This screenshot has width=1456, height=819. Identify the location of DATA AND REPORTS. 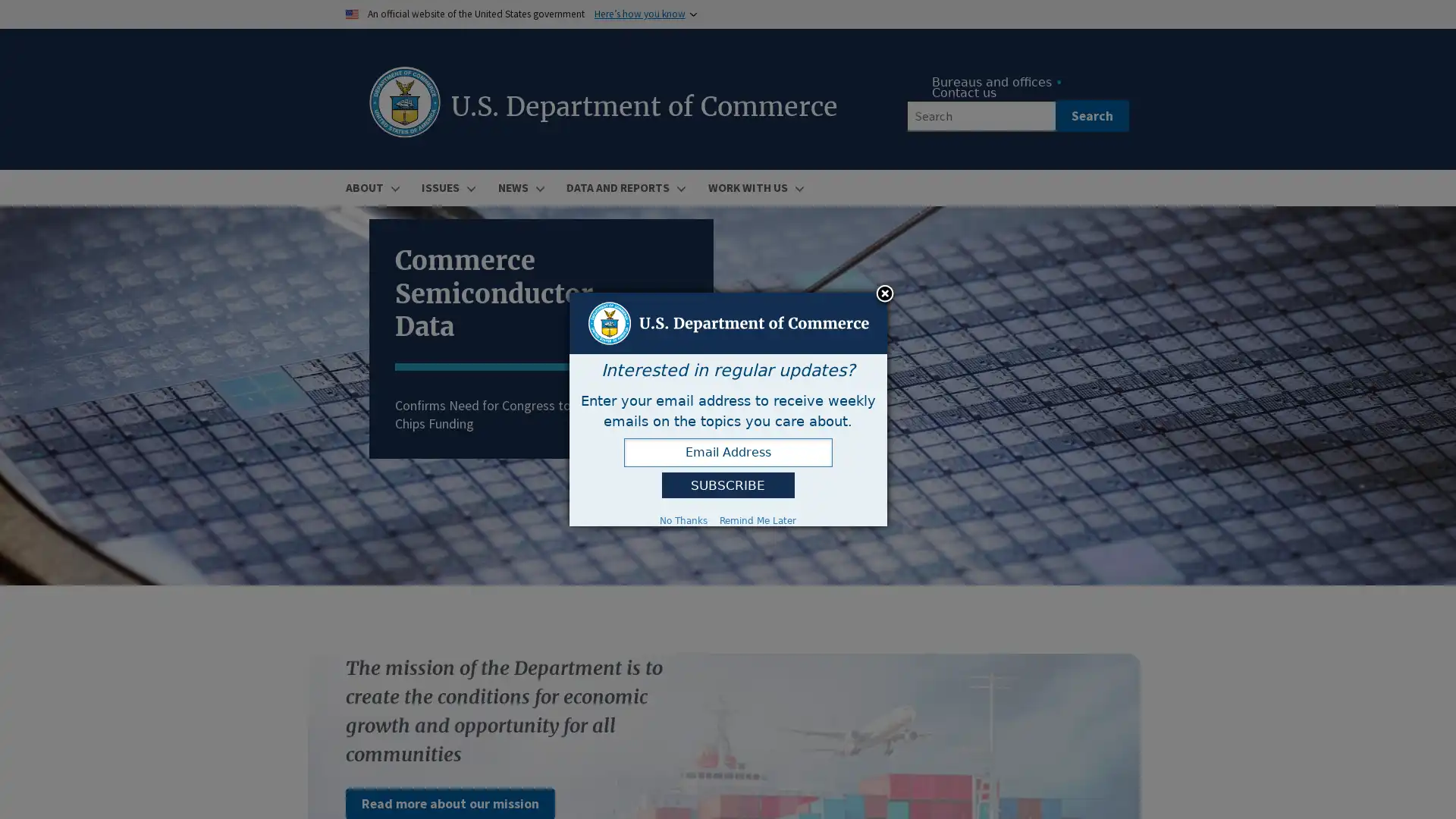
(623, 187).